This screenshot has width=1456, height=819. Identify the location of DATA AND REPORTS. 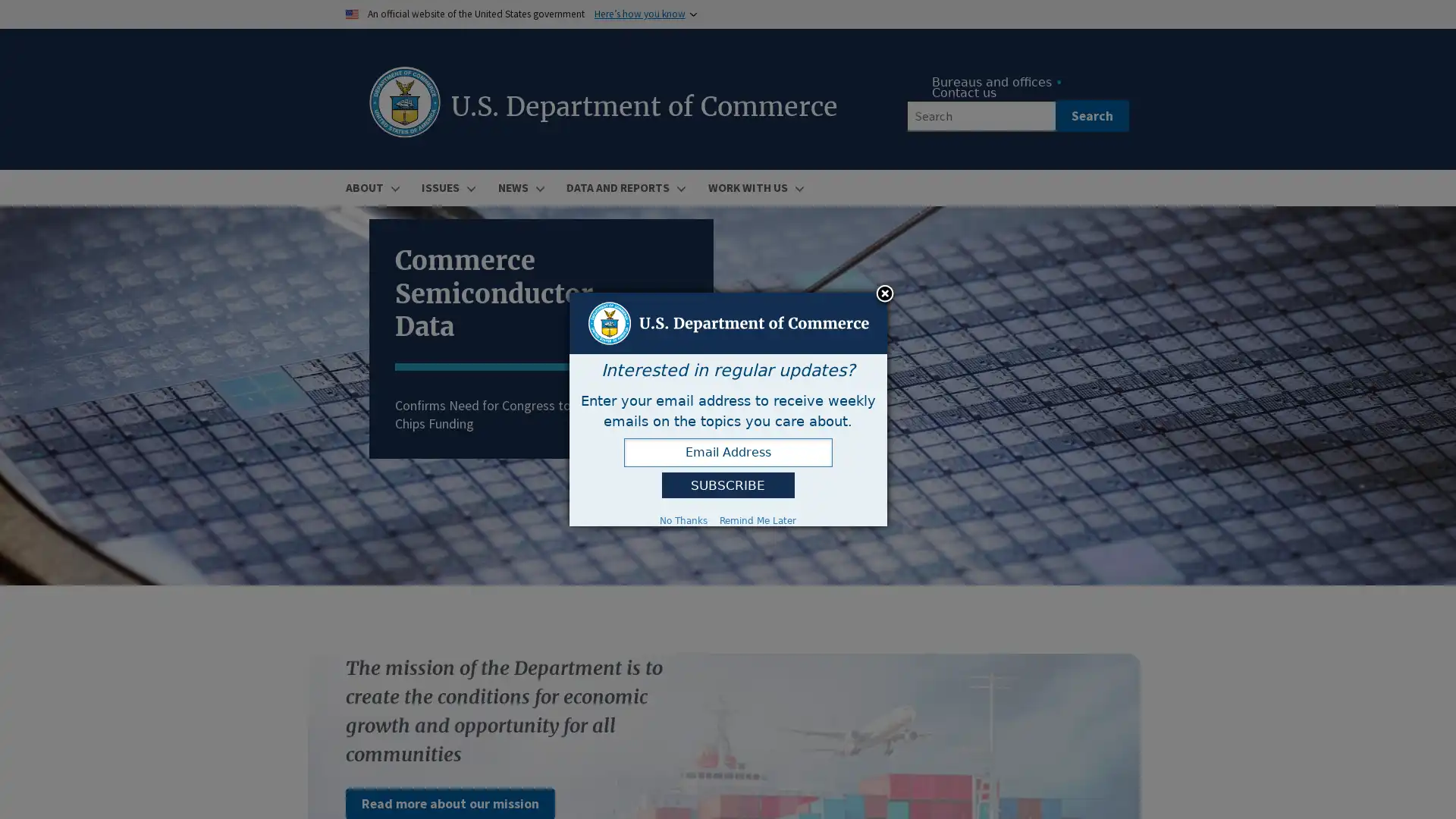
(623, 187).